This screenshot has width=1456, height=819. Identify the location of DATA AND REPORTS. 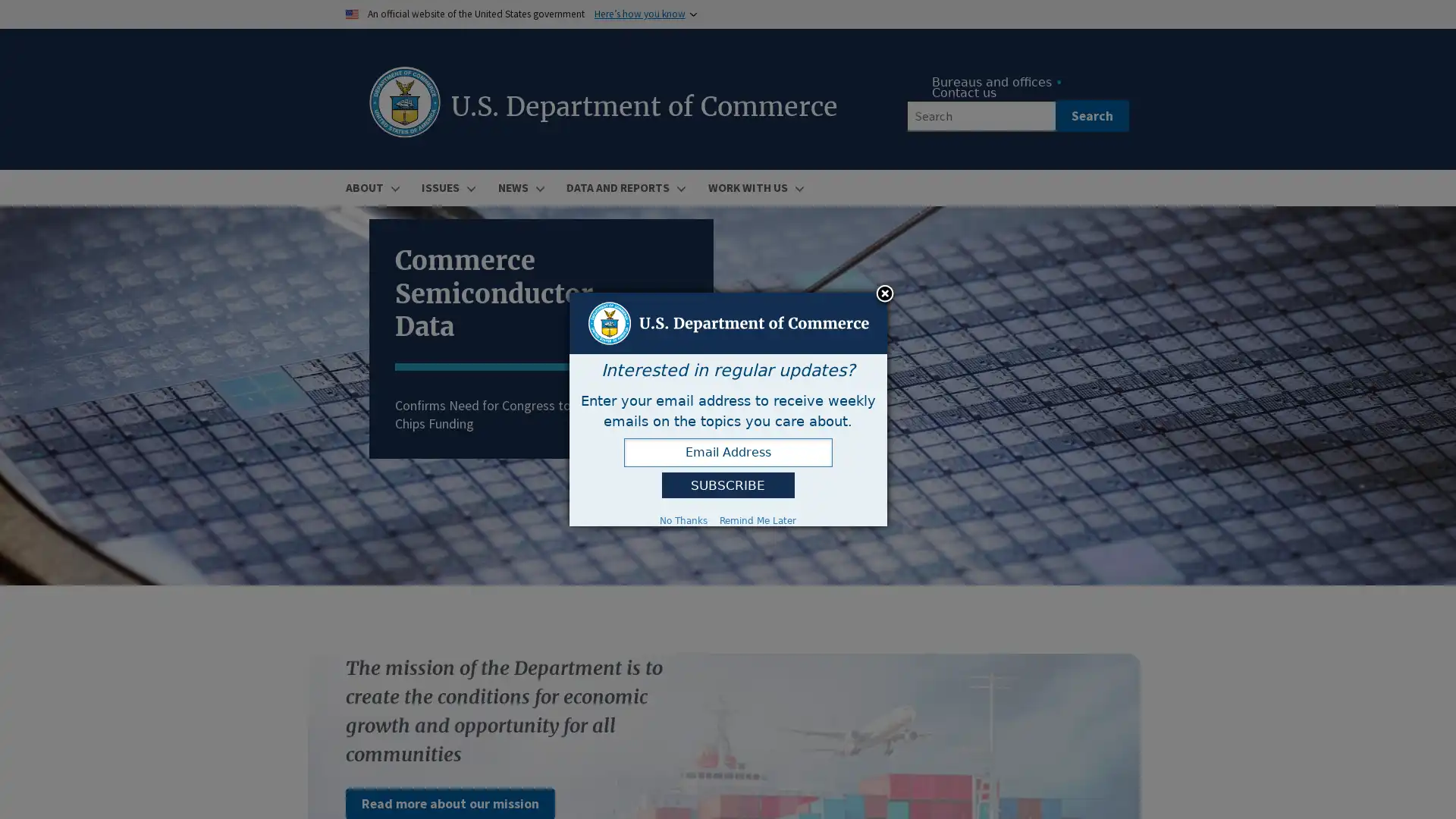
(623, 187).